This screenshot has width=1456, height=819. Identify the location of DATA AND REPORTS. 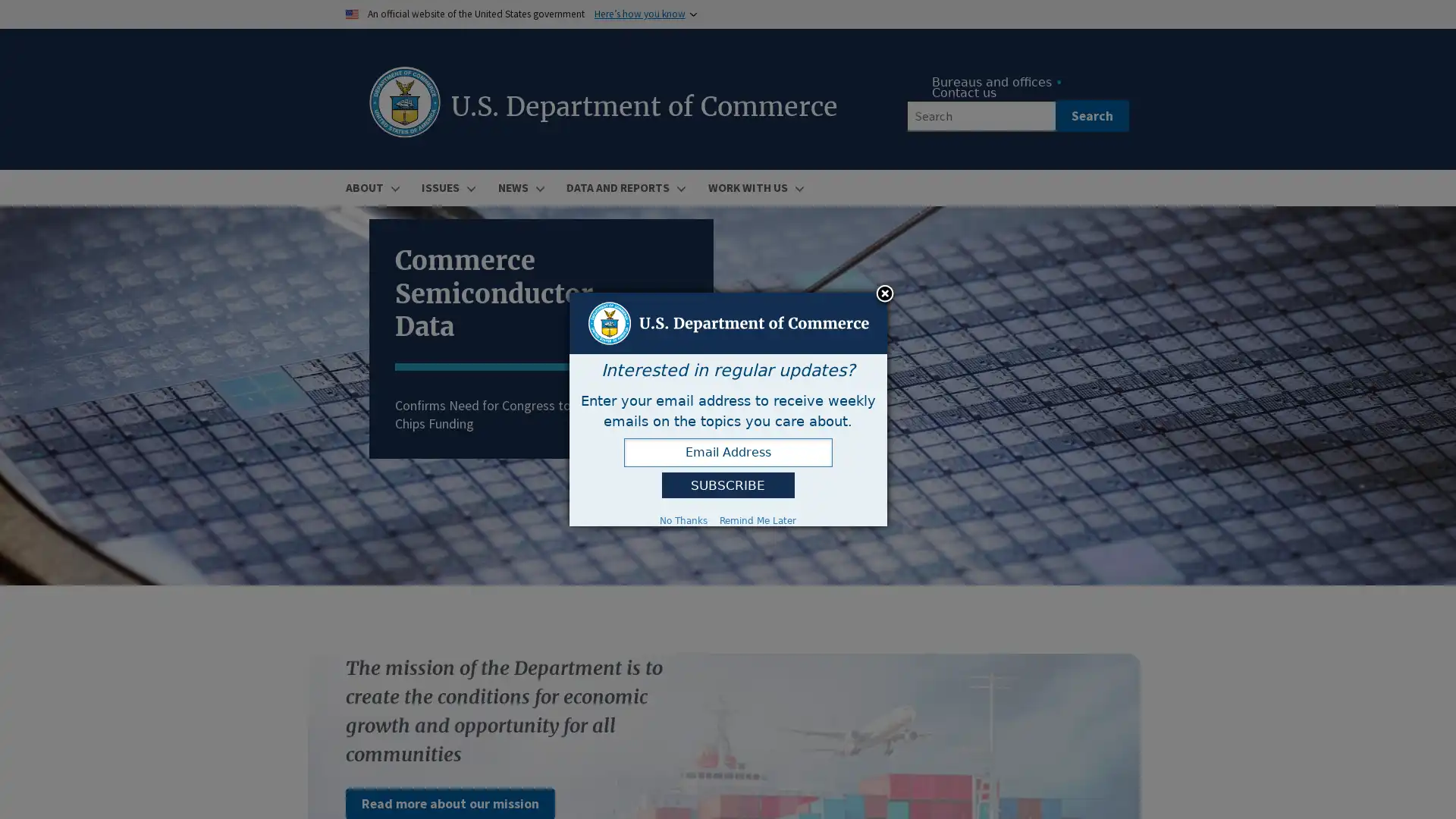
(623, 187).